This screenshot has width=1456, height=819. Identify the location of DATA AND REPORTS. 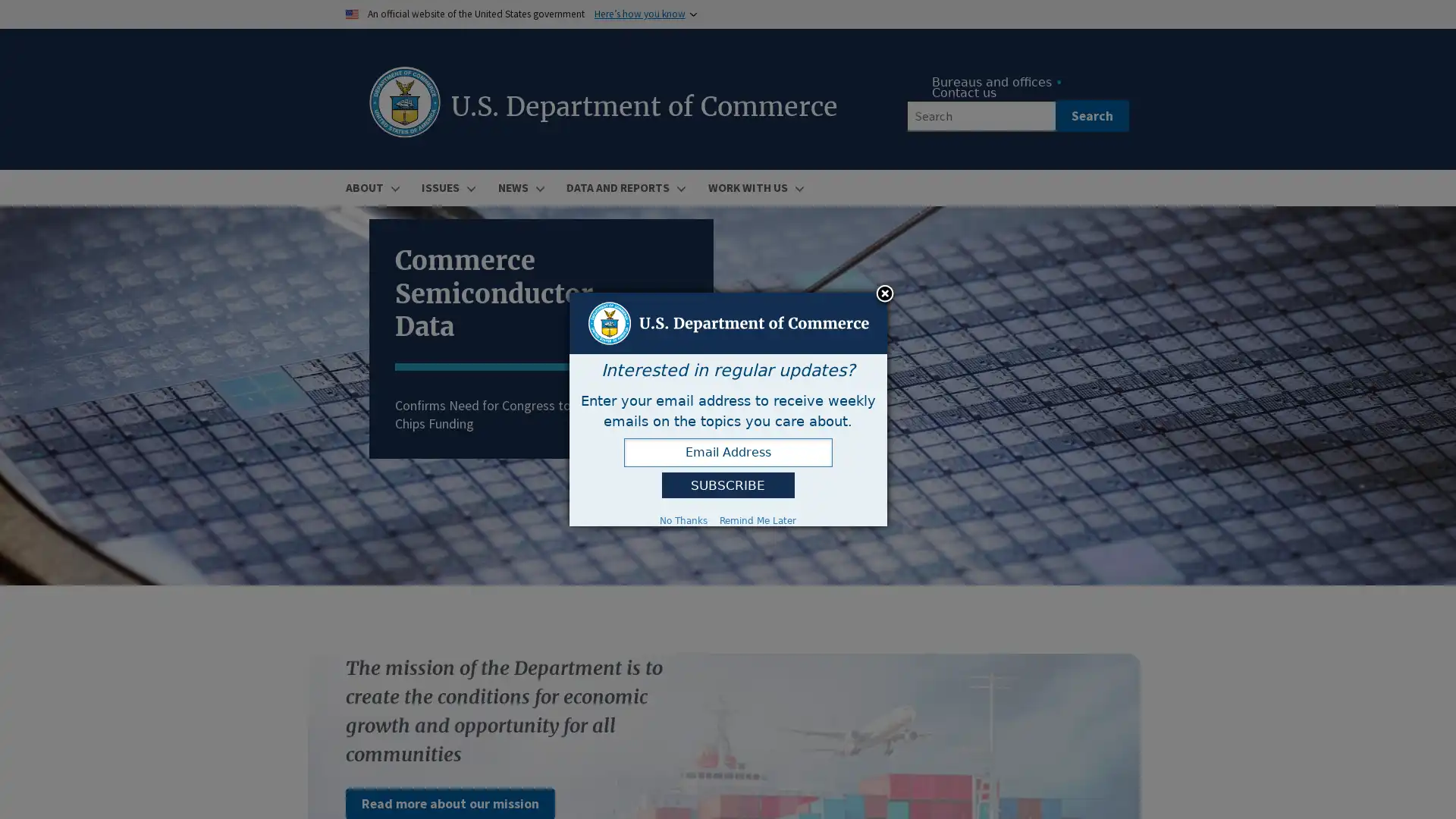
(623, 187).